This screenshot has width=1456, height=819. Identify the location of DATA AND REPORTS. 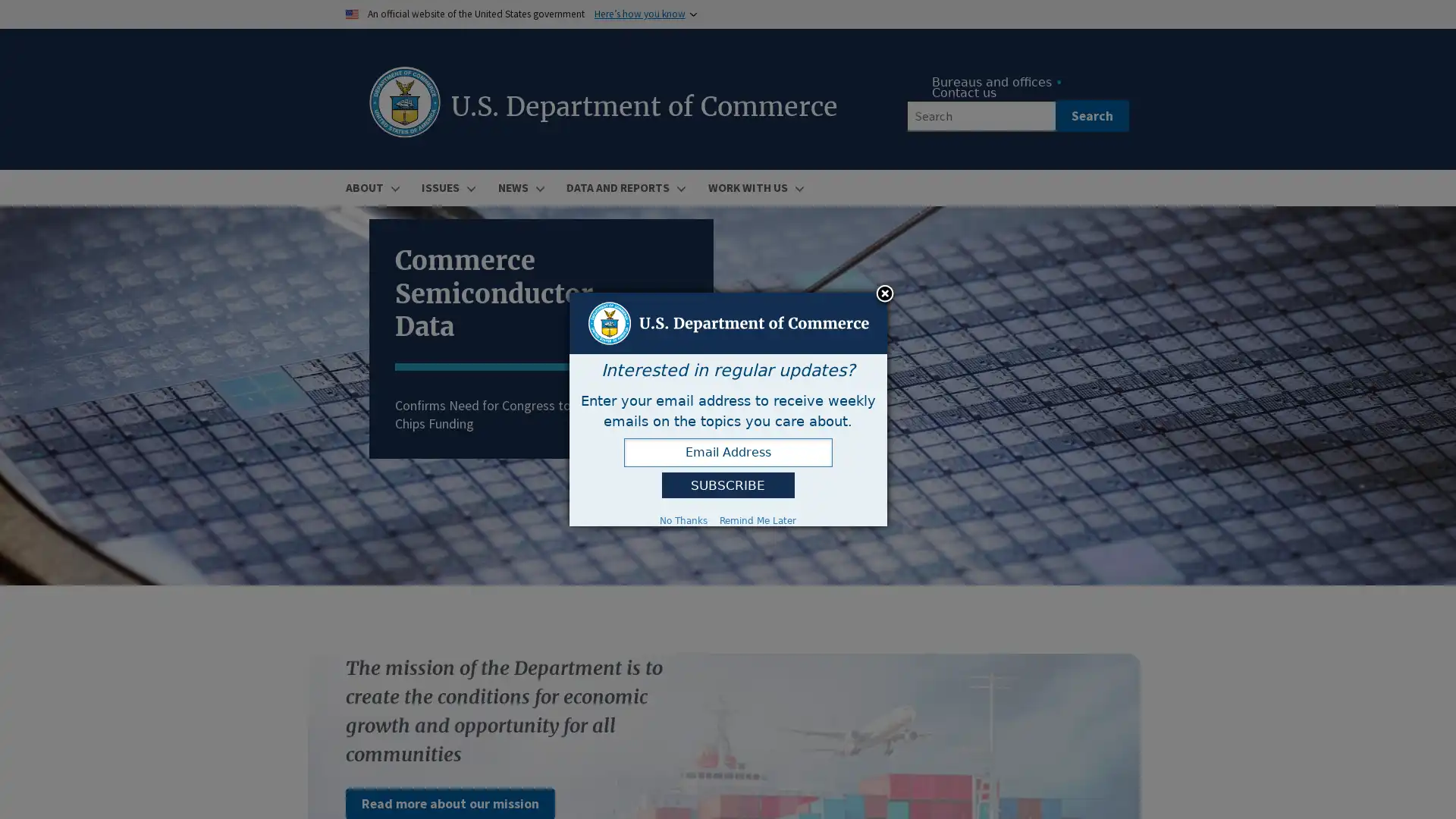
(623, 187).